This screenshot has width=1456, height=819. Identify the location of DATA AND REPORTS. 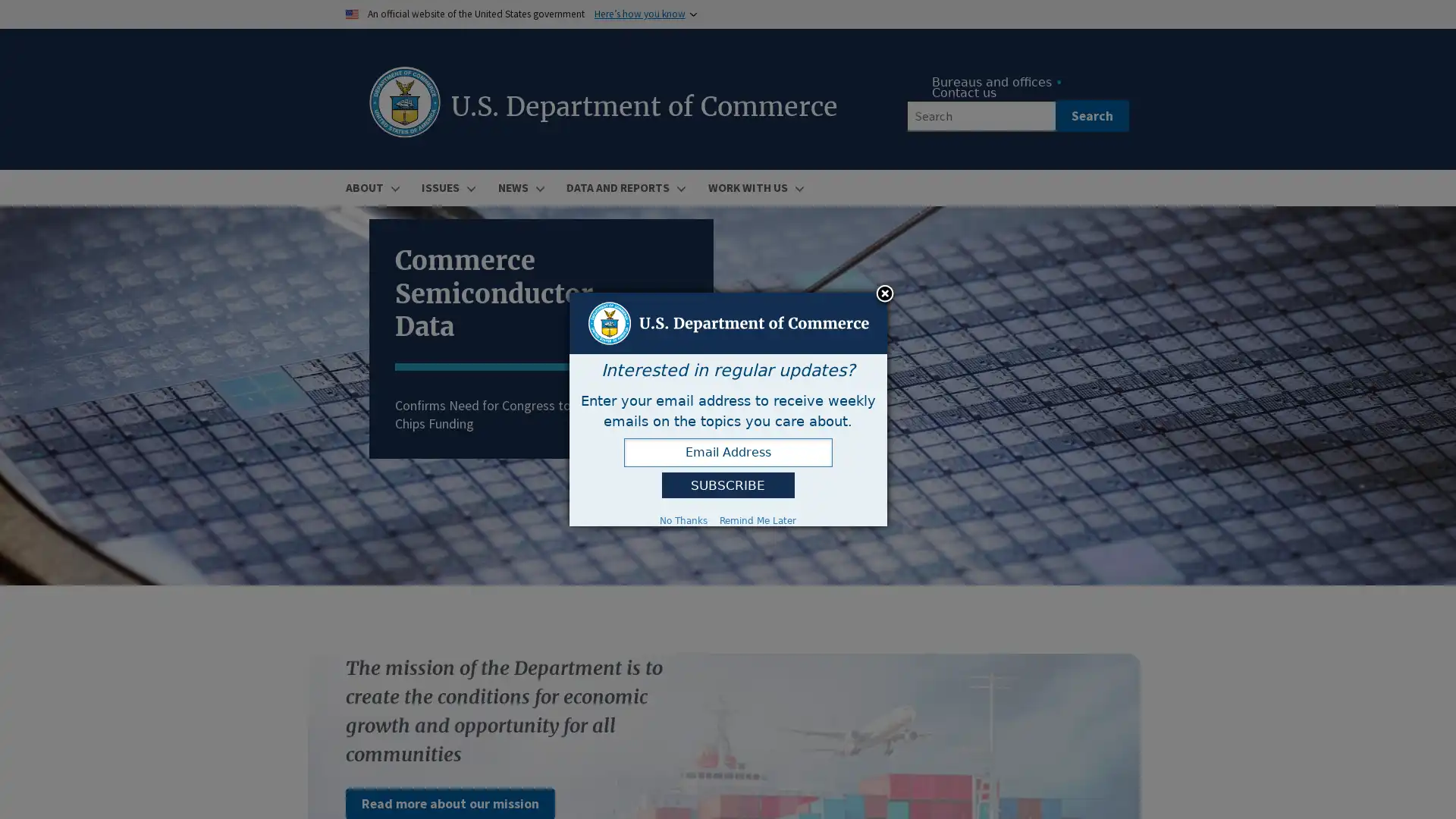
(623, 187).